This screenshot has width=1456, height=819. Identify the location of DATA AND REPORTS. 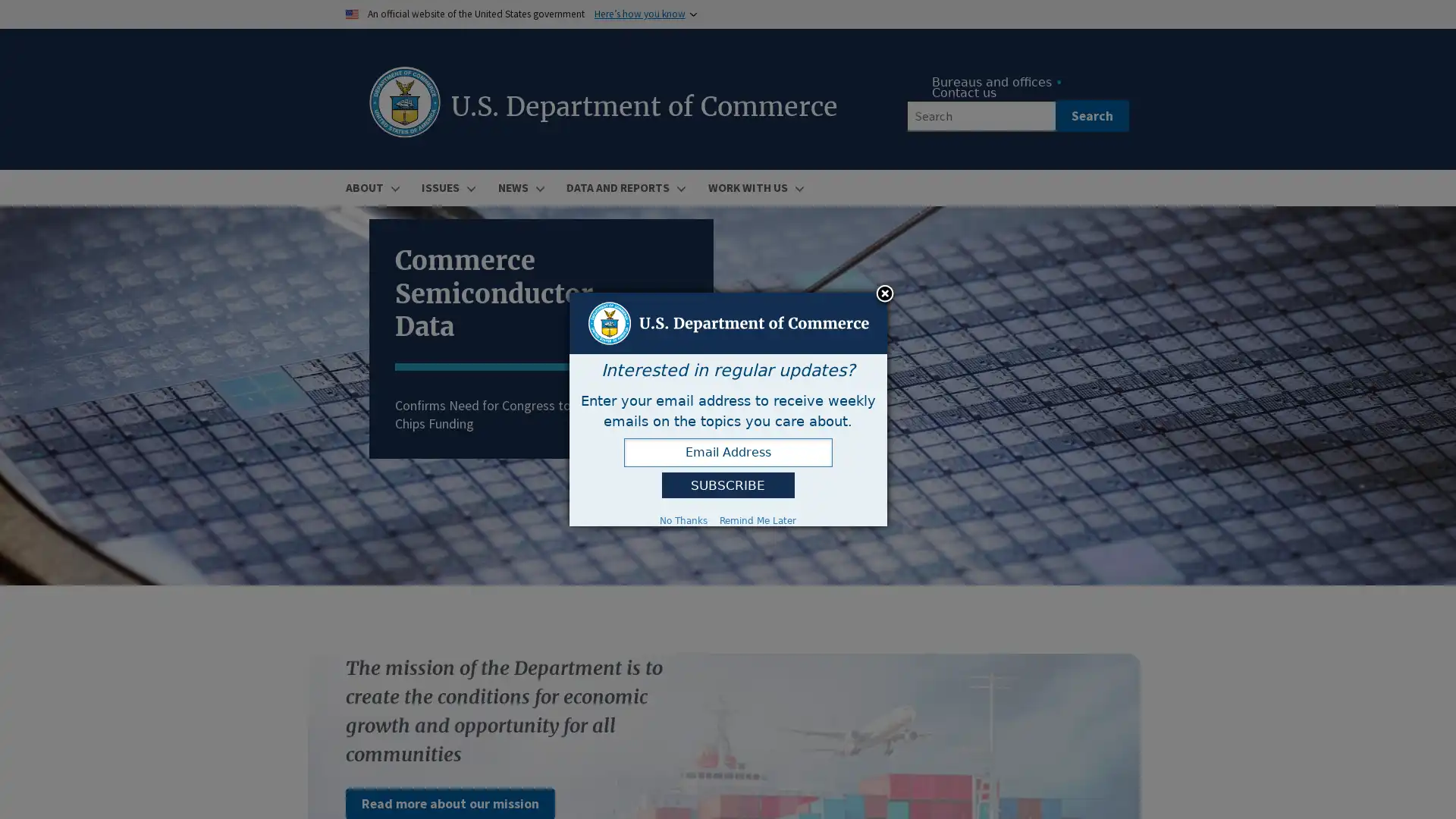
(623, 187).